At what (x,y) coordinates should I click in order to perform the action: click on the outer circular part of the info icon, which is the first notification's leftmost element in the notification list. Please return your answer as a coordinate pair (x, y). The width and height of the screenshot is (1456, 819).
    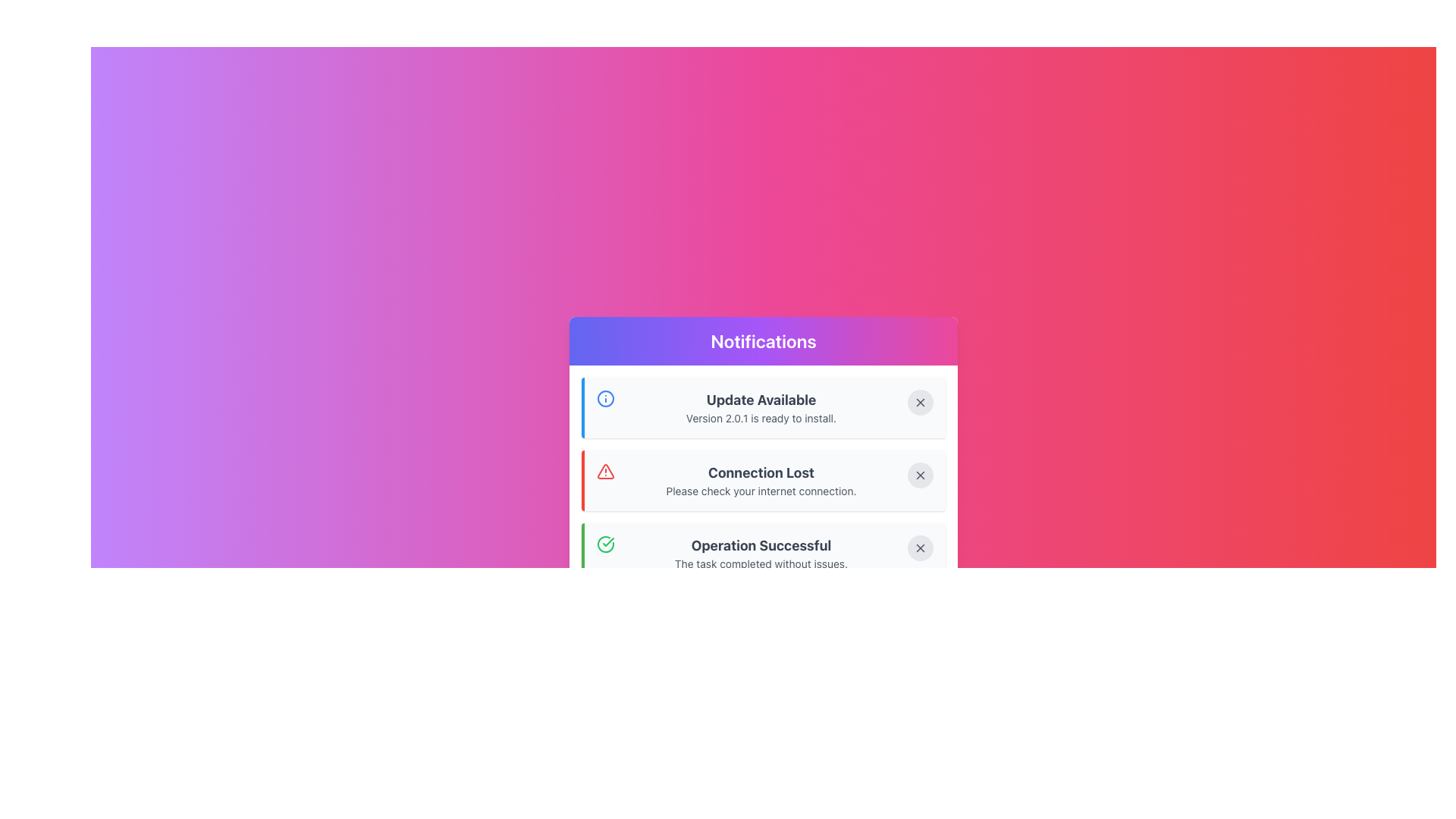
    Looking at the image, I should click on (604, 397).